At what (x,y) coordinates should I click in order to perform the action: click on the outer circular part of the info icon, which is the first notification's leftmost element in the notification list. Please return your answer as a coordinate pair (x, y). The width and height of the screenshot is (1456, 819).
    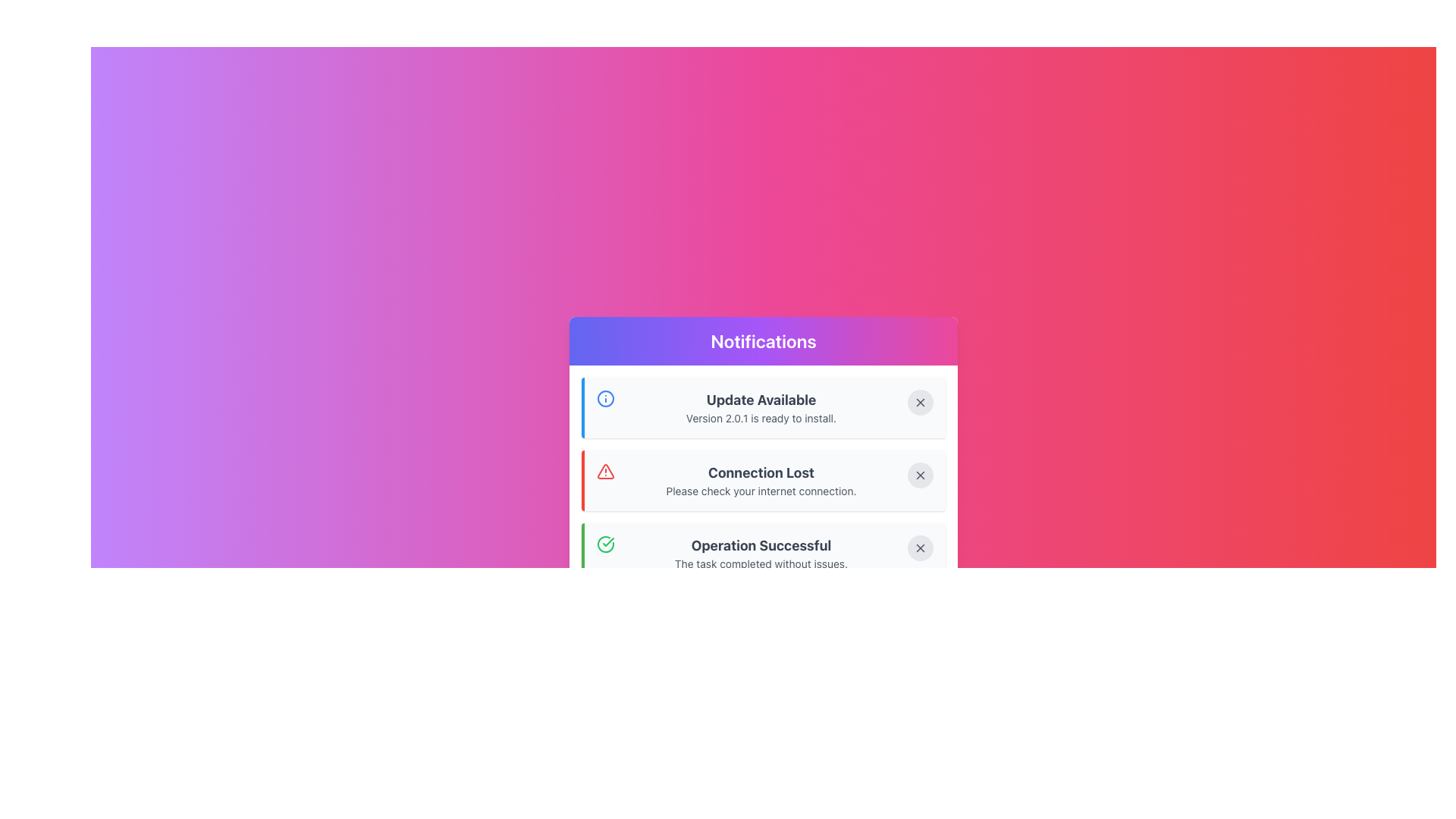
    Looking at the image, I should click on (604, 397).